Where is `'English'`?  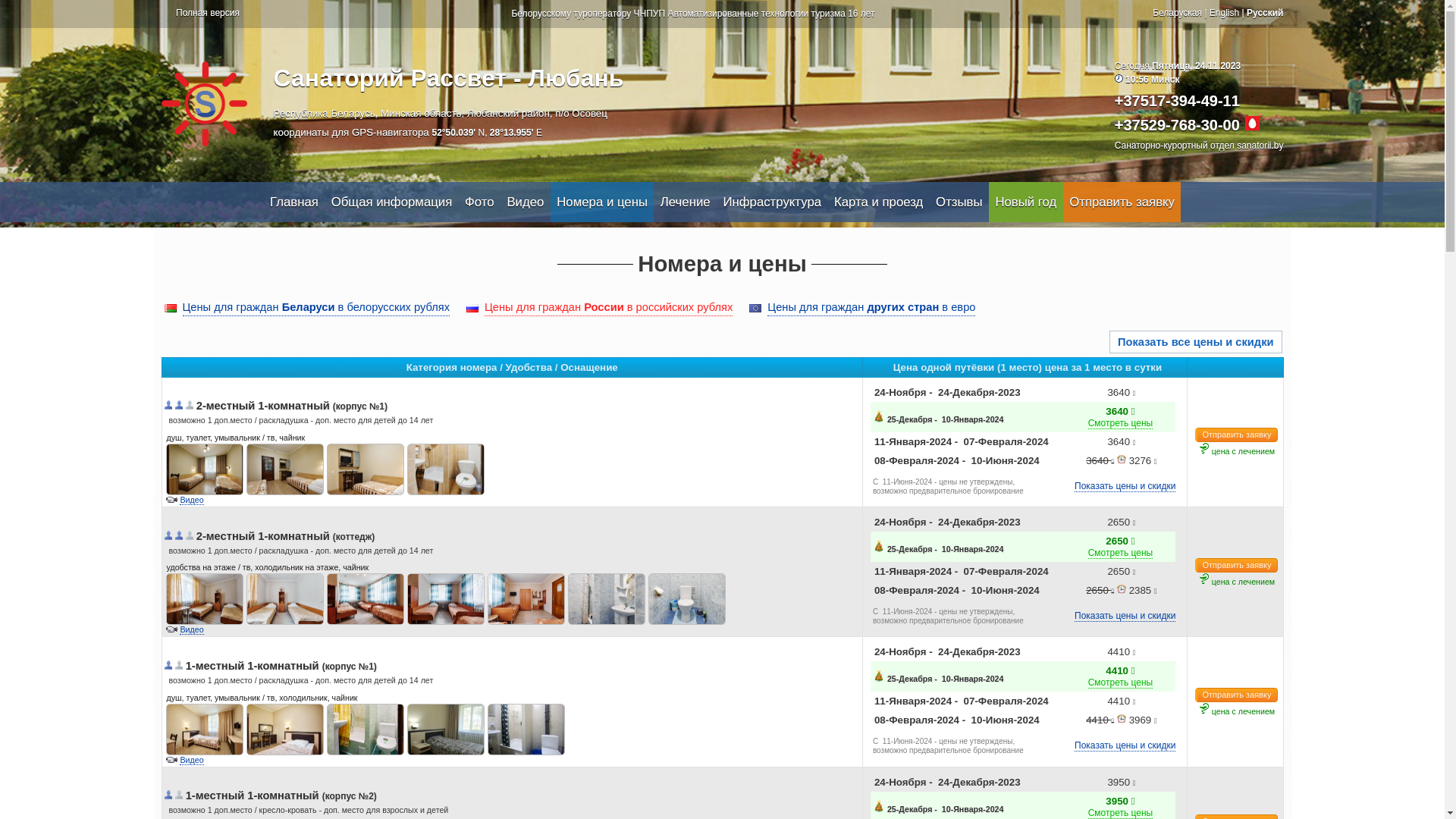
'English' is located at coordinates (1224, 12).